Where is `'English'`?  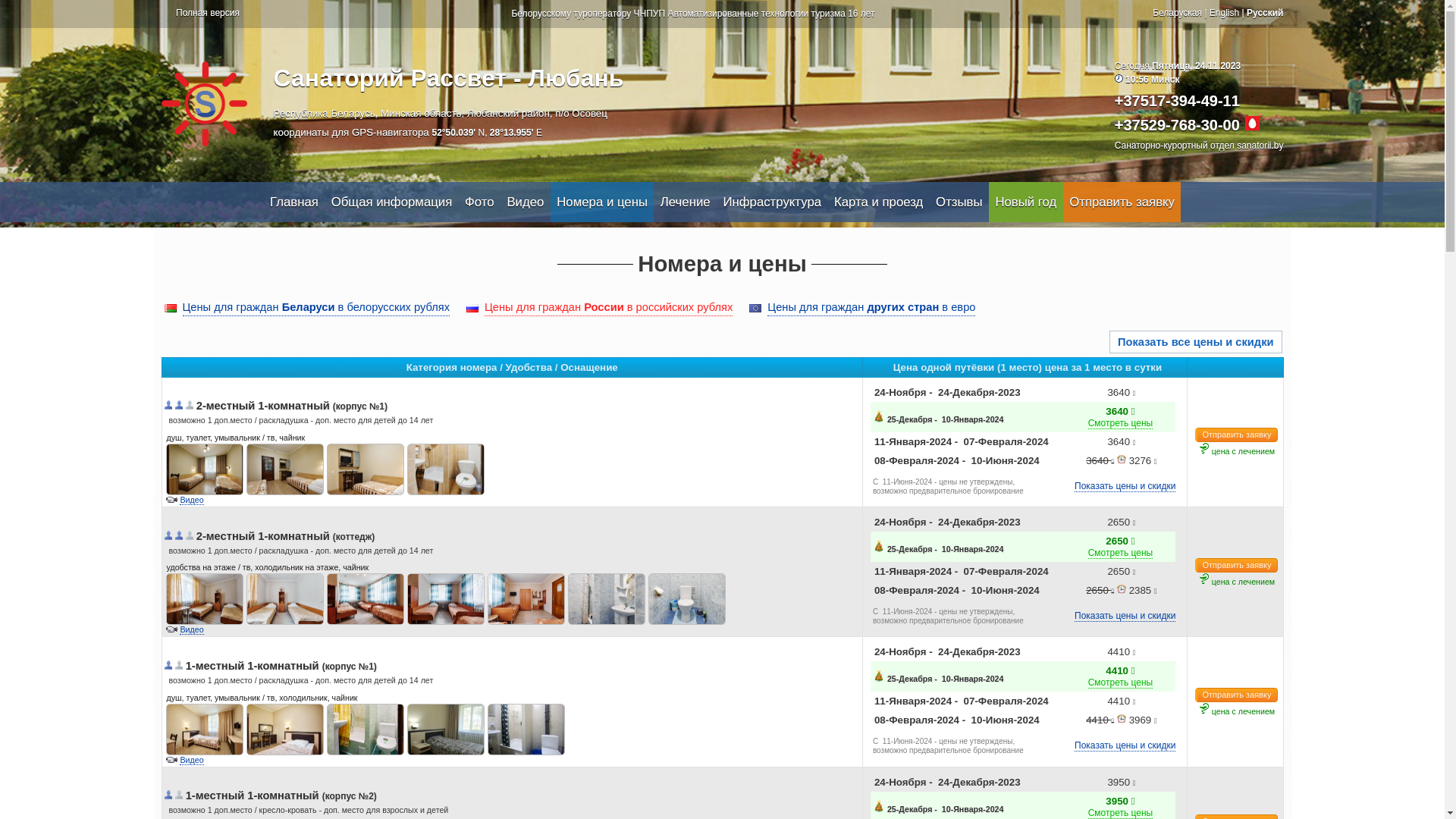
'English' is located at coordinates (1224, 12).